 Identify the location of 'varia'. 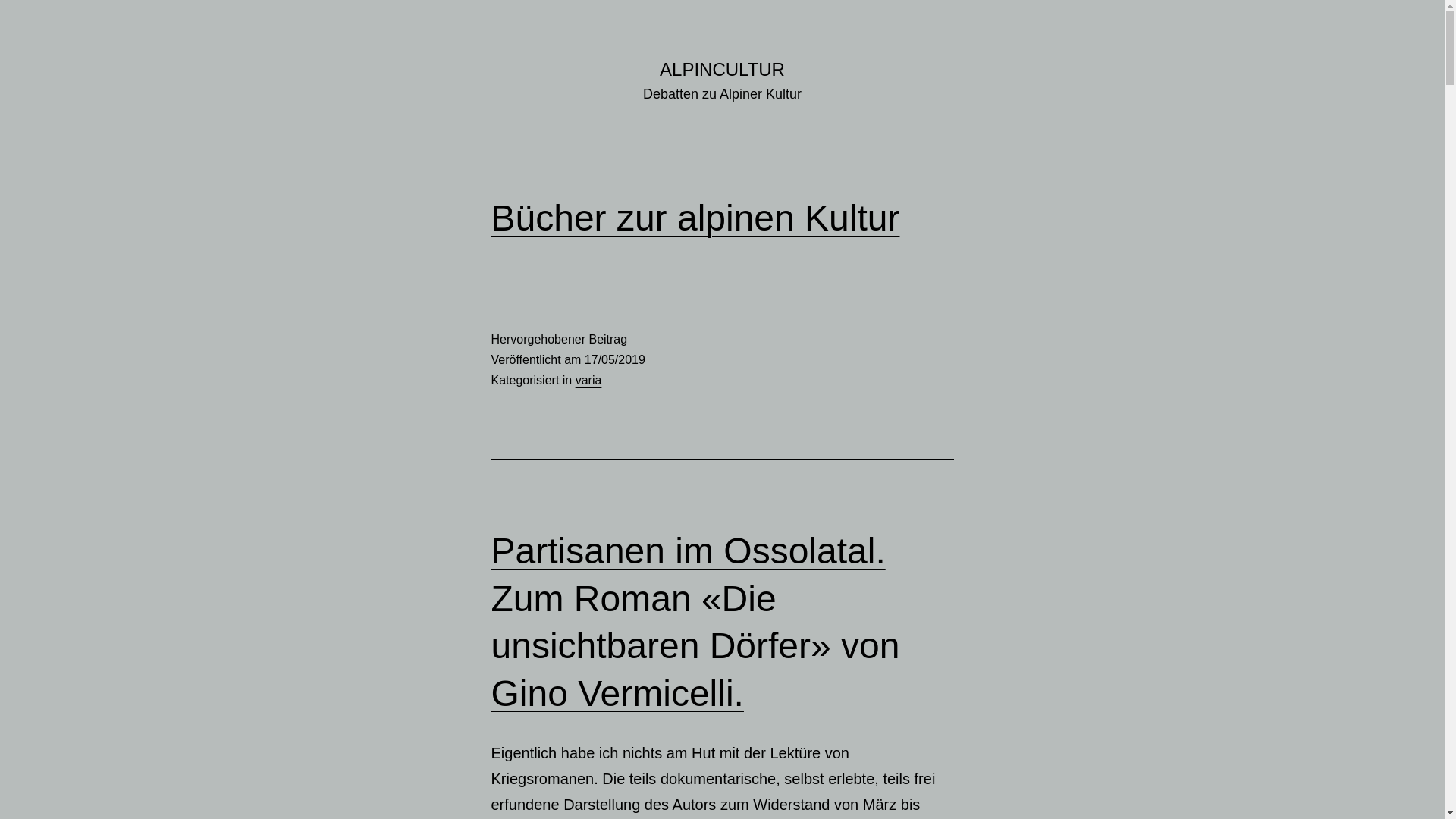
(588, 379).